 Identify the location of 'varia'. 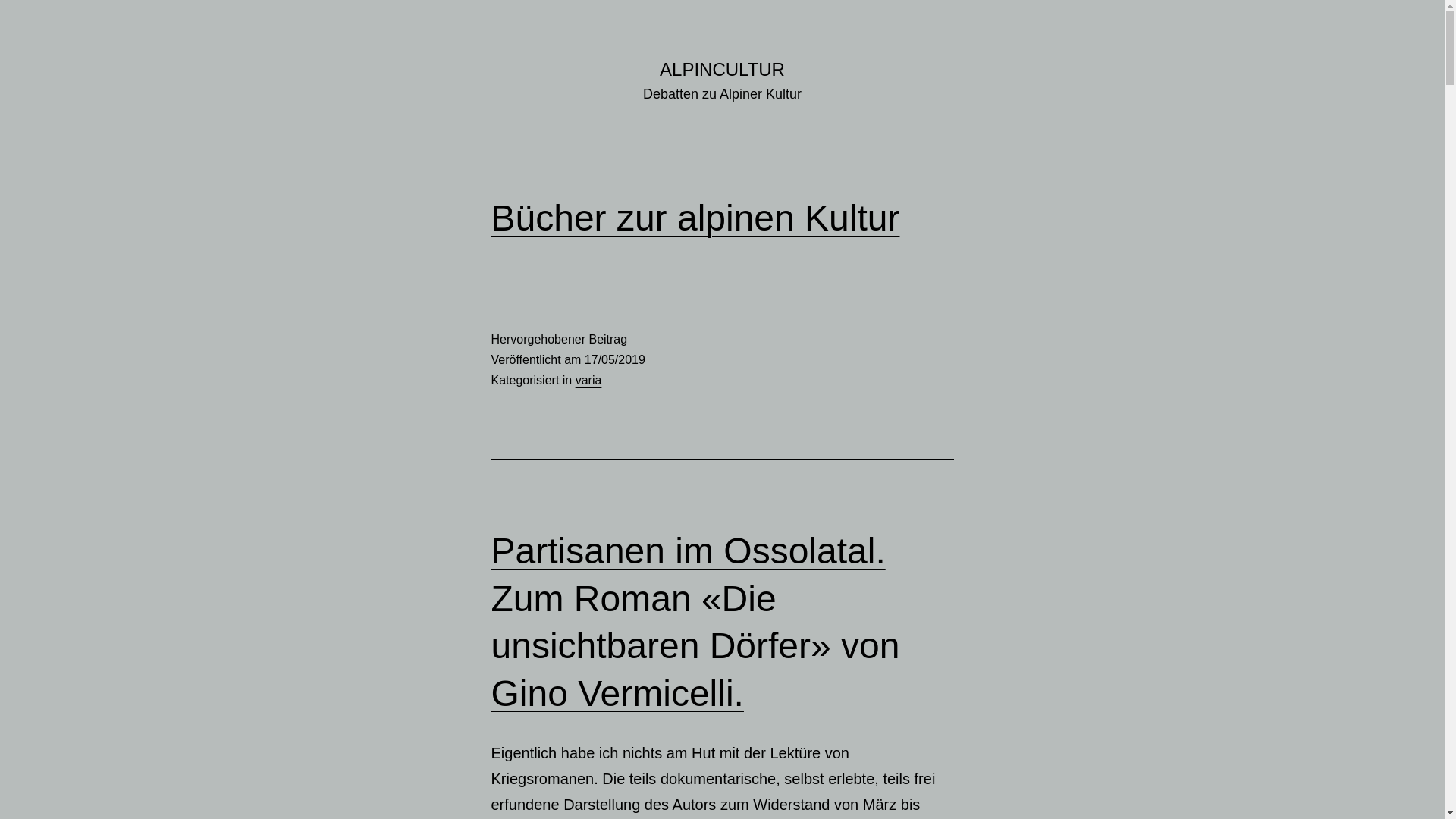
(588, 379).